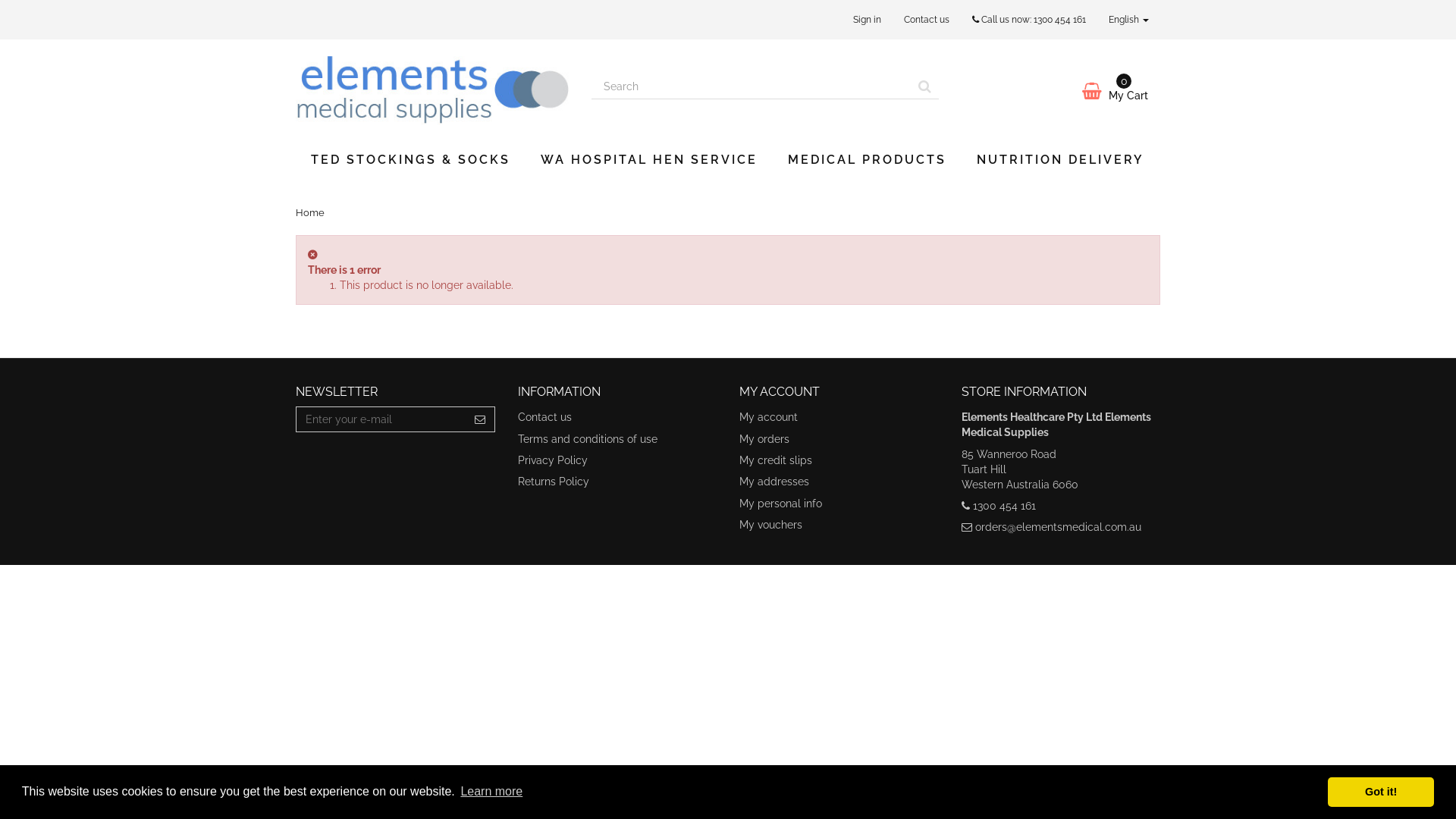  I want to click on 'Terms and conditions of use', so click(516, 438).